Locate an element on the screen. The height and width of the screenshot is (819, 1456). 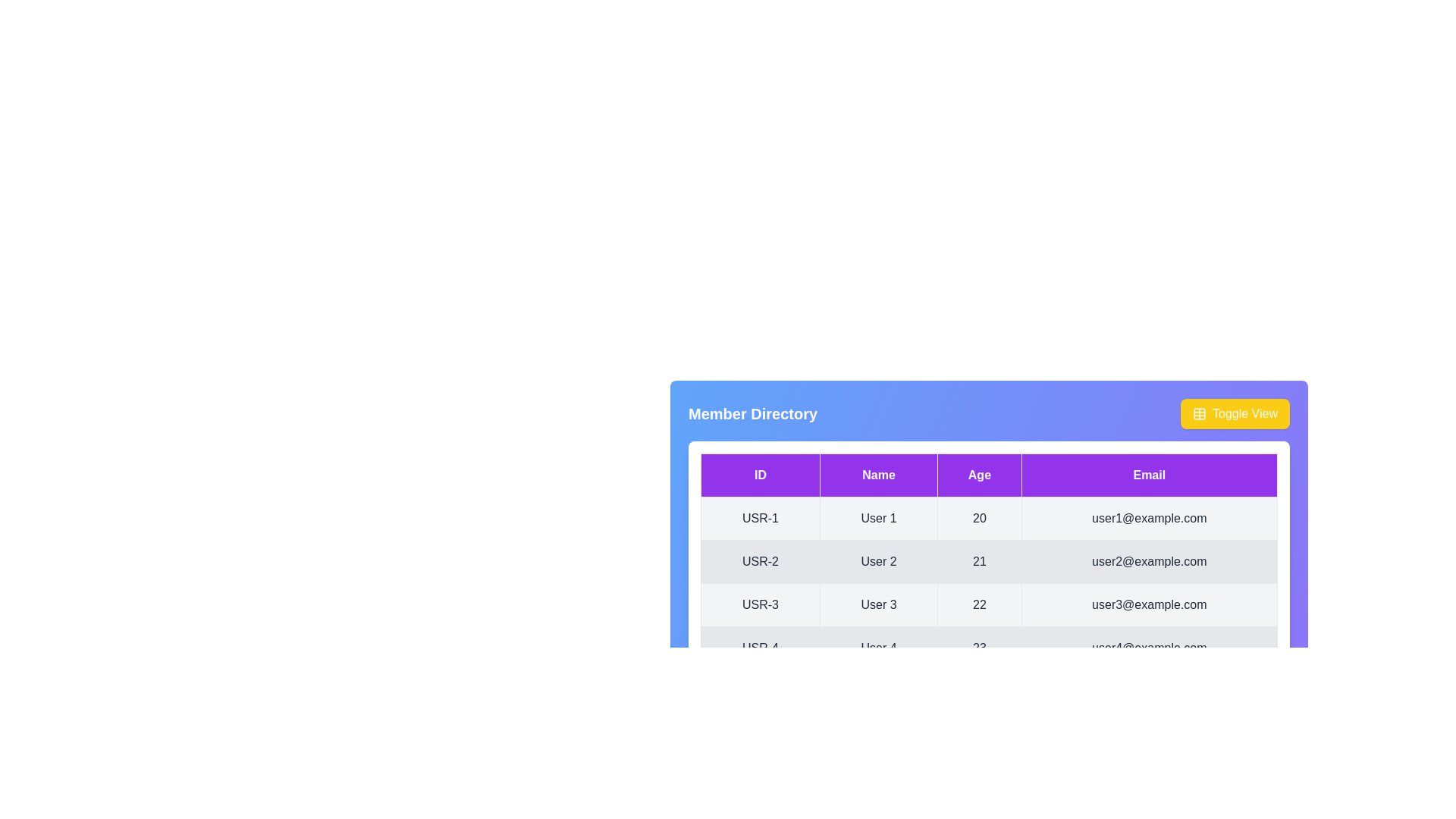
the column header Age to sort the table by that column is located at coordinates (979, 475).